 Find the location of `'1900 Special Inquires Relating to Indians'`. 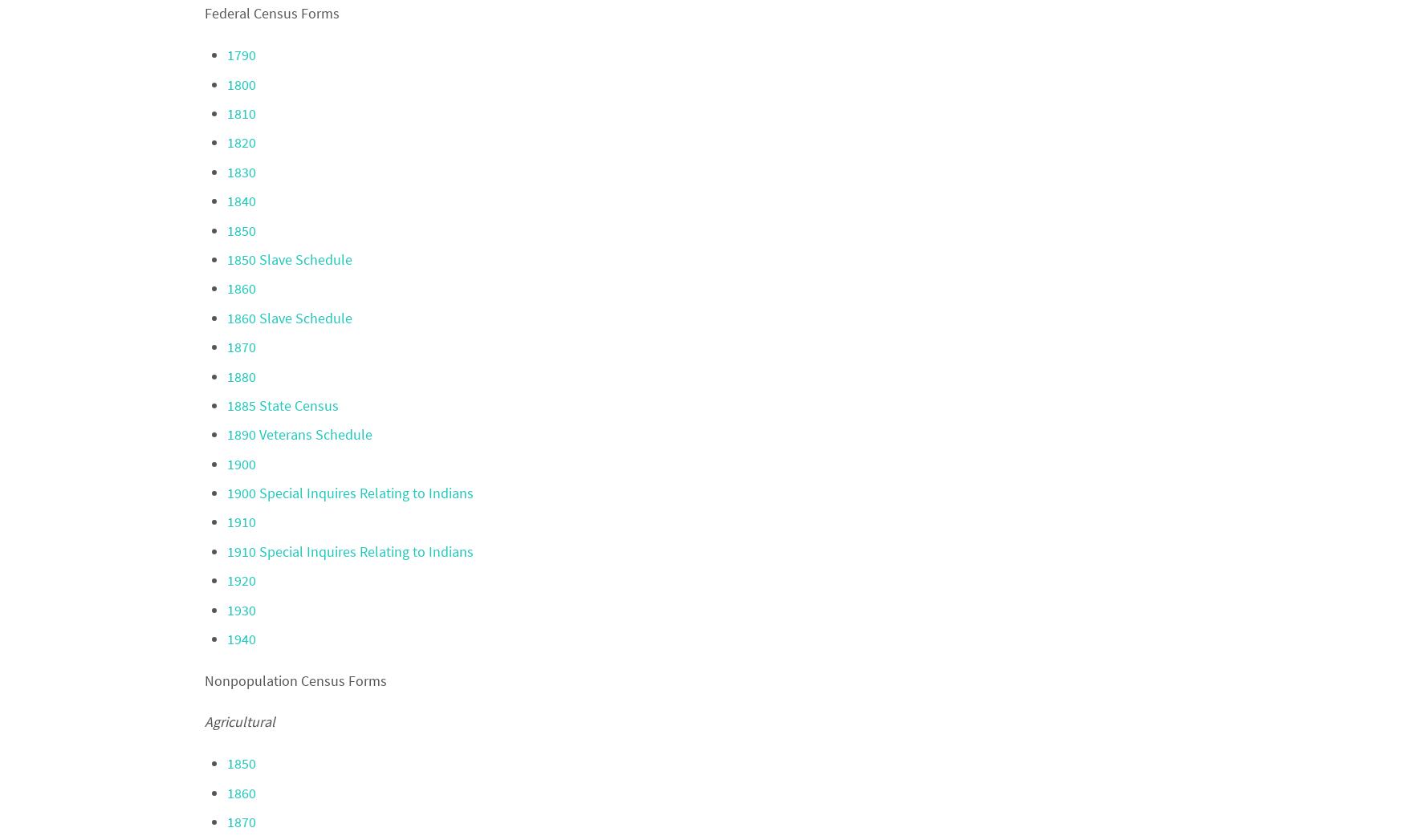

'1900 Special Inquires Relating to Indians' is located at coordinates (226, 492).